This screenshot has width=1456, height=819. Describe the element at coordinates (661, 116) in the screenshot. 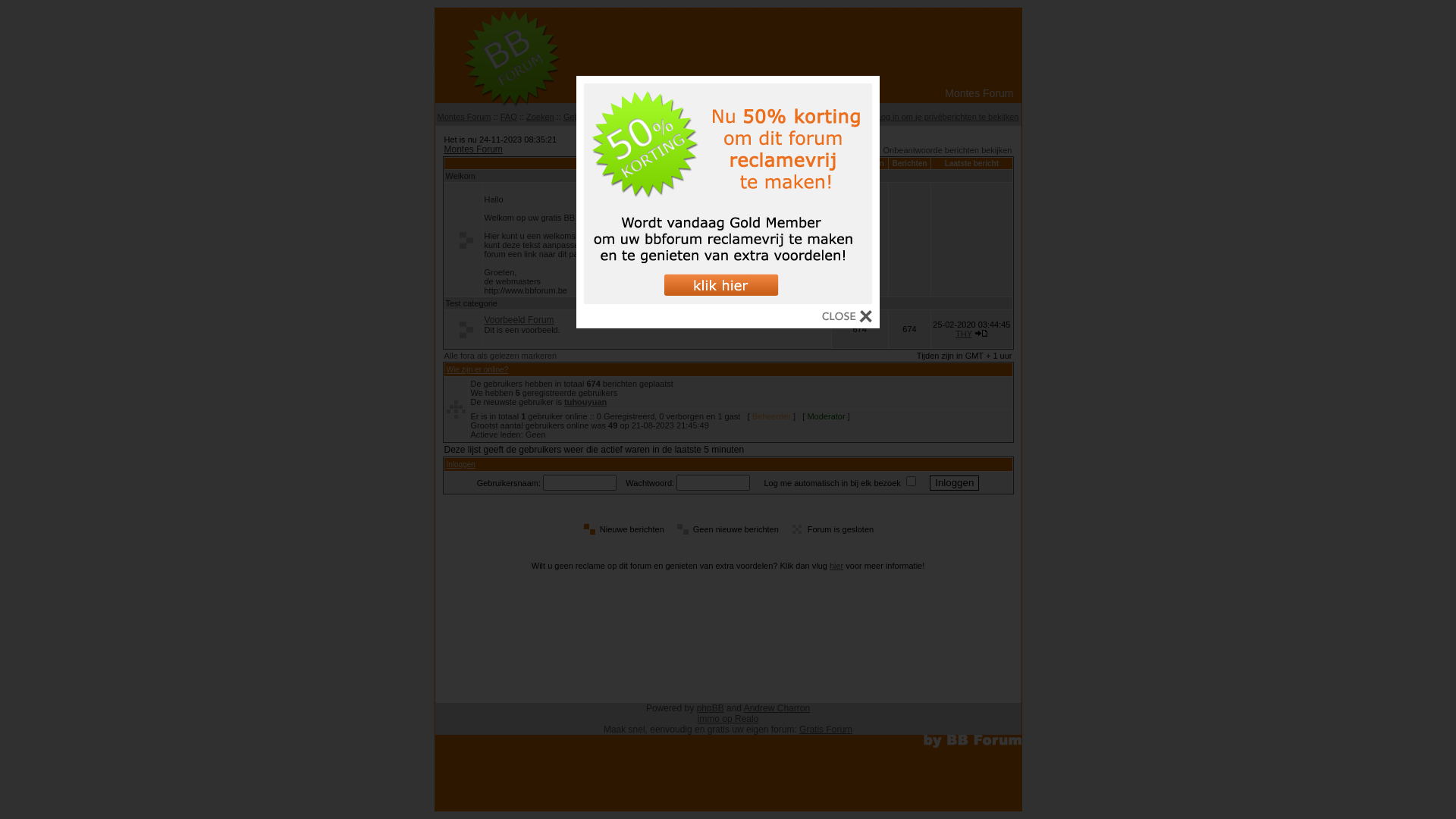

I see `'Gebruikersgroepen'` at that location.